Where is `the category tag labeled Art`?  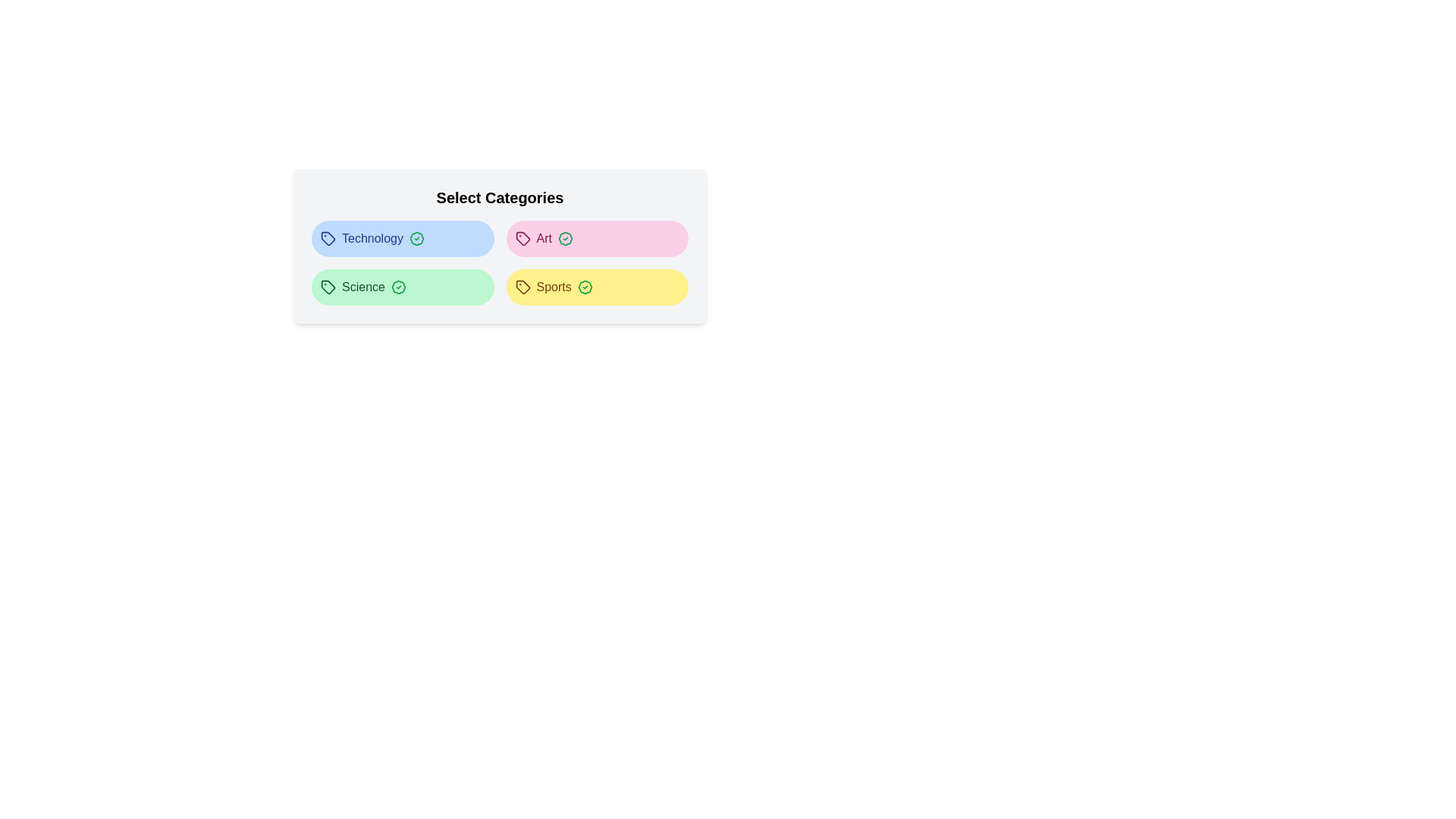 the category tag labeled Art is located at coordinates (596, 239).